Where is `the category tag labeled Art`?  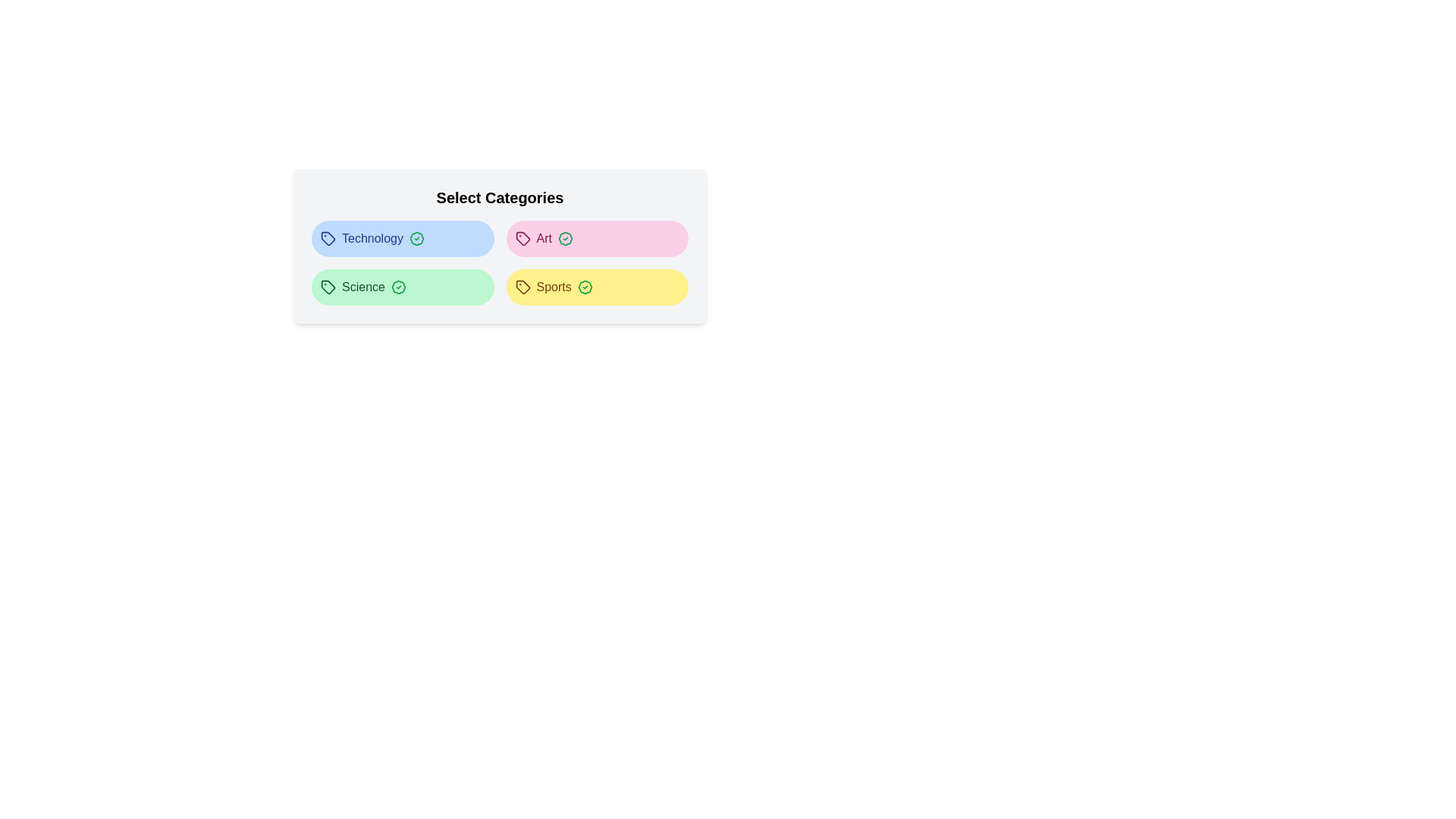 the category tag labeled Art is located at coordinates (596, 239).